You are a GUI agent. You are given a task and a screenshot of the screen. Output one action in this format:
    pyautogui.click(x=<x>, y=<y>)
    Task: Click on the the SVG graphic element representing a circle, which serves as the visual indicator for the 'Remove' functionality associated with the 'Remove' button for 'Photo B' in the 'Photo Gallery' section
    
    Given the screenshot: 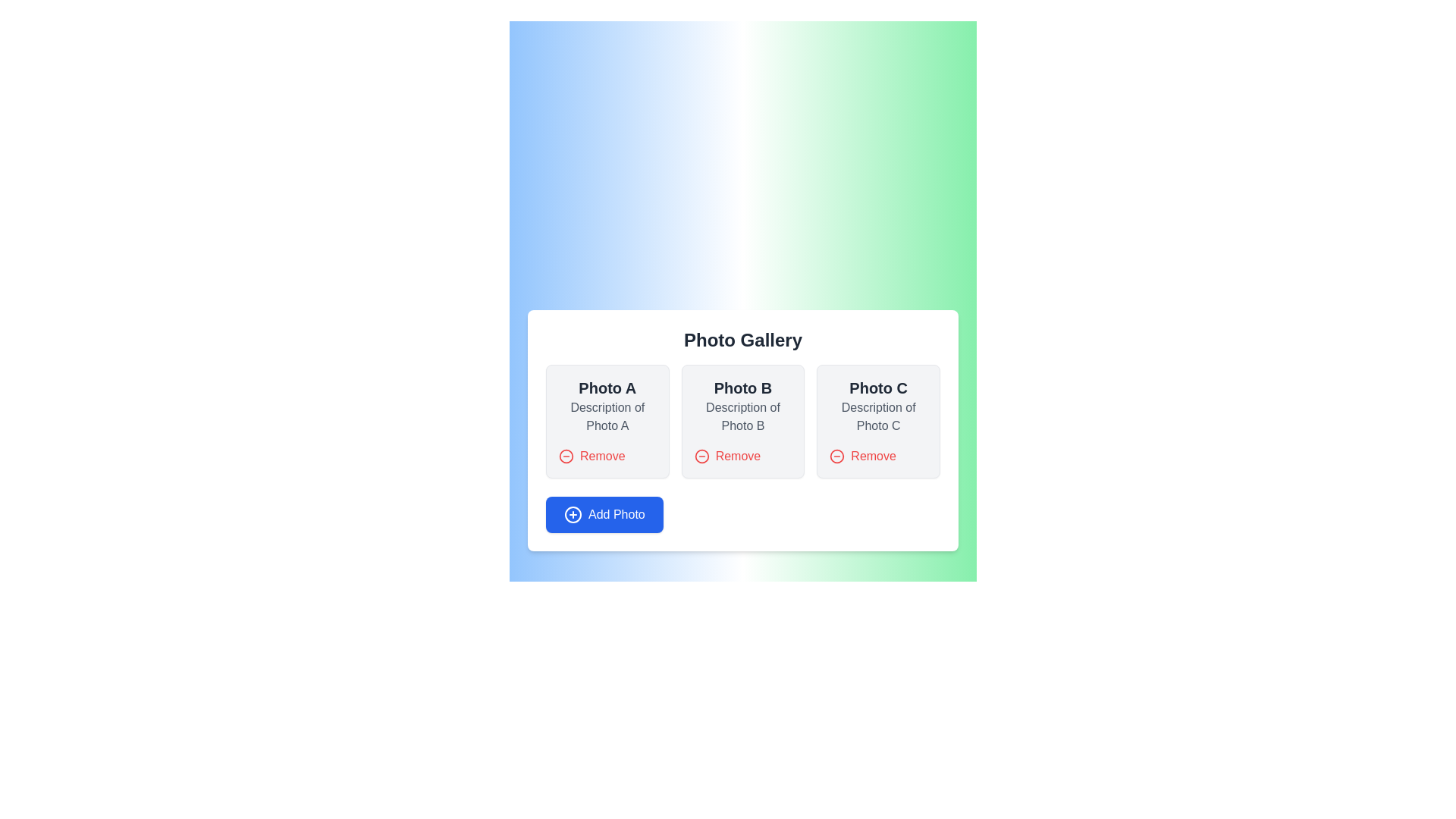 What is the action you would take?
    pyautogui.click(x=701, y=455)
    